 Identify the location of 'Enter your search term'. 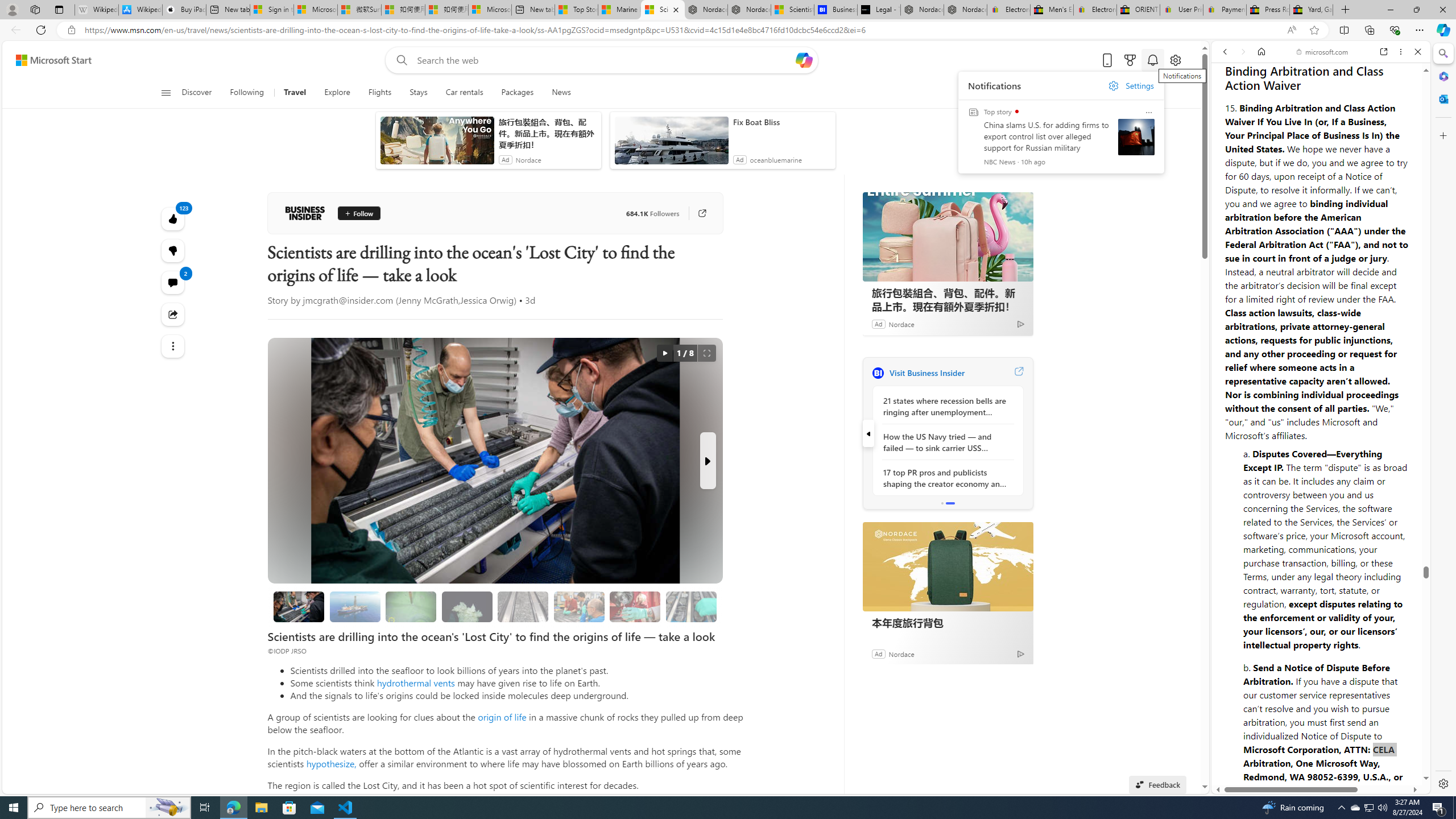
(603, 59).